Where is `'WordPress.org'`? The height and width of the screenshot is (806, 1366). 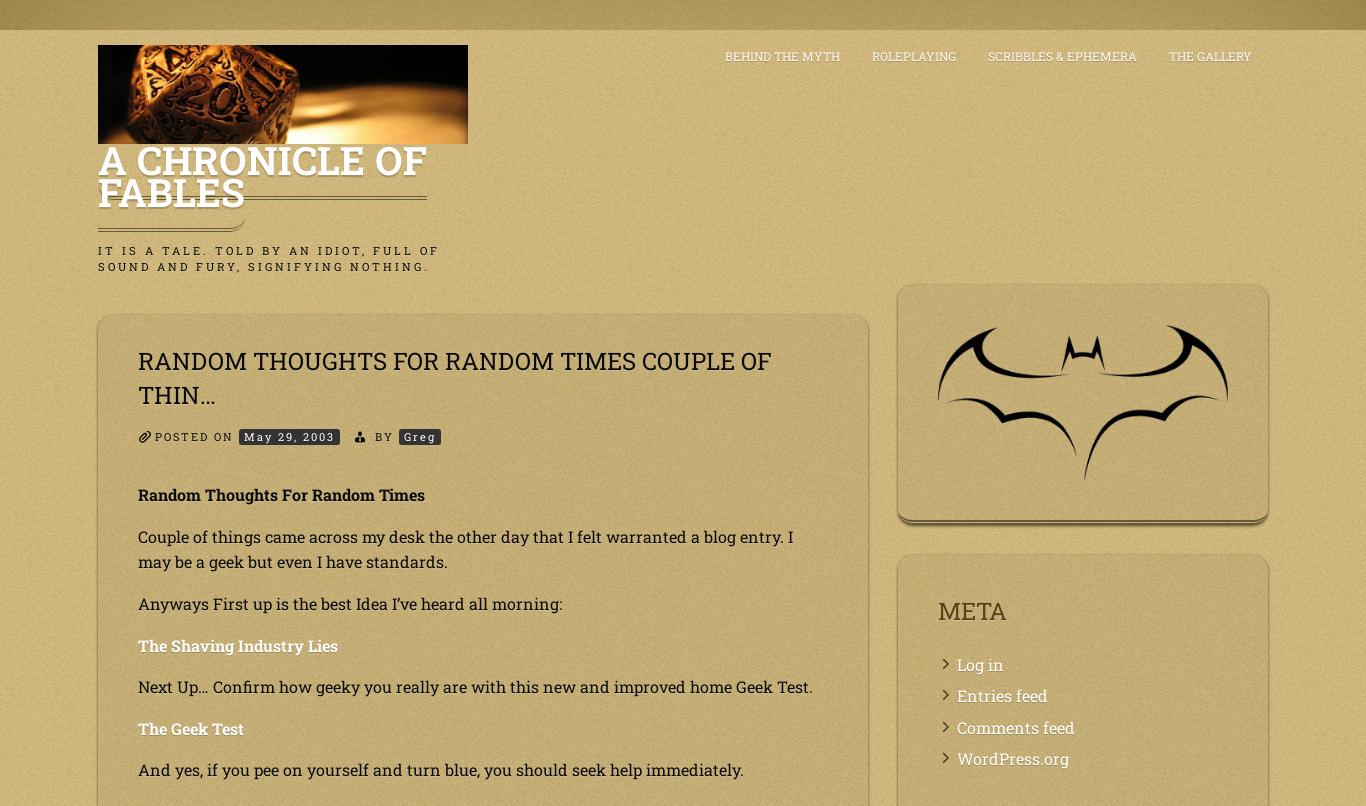
'WordPress.org' is located at coordinates (1013, 757).